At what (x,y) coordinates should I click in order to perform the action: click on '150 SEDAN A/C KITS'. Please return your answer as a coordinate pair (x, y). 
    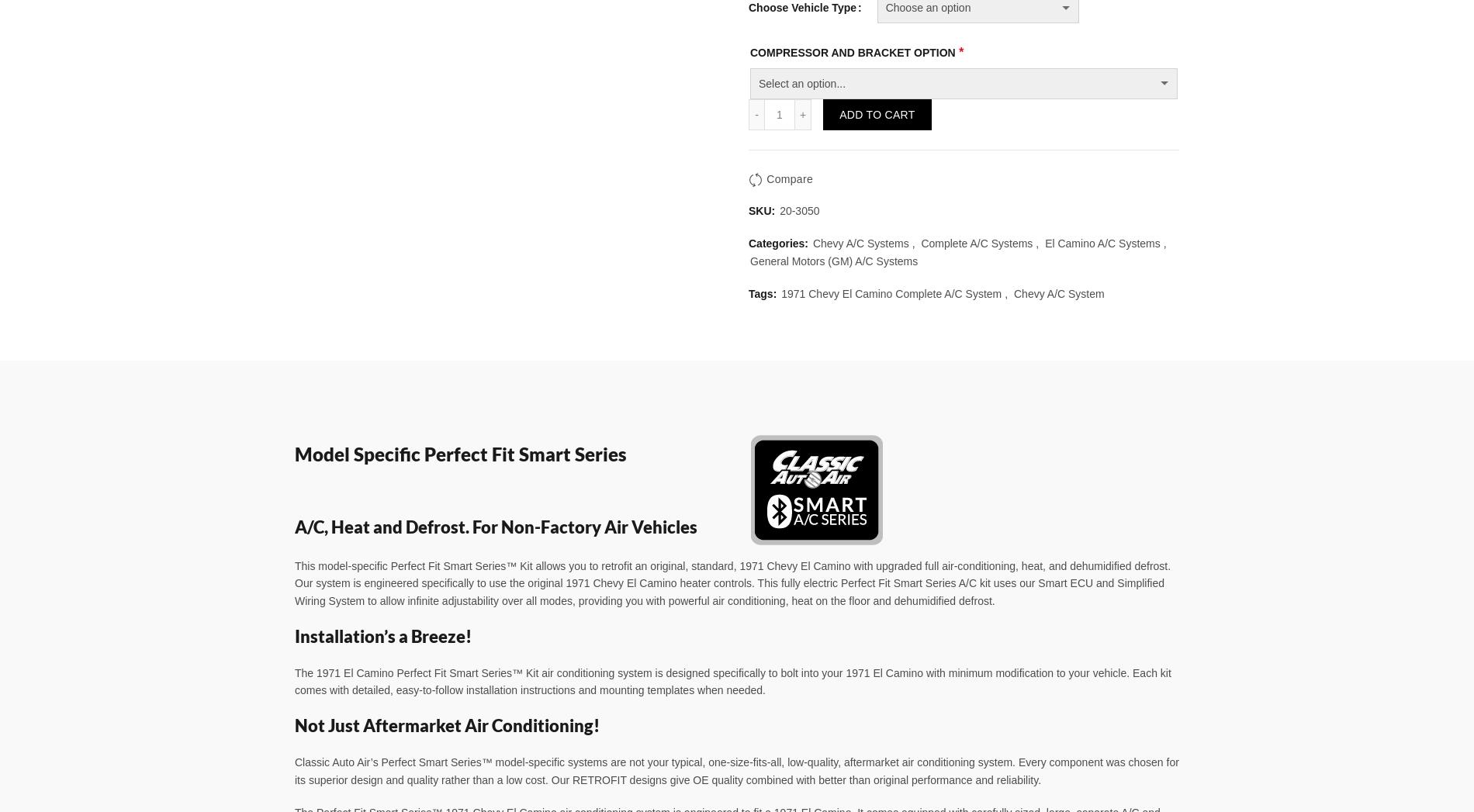
    Looking at the image, I should click on (351, 31).